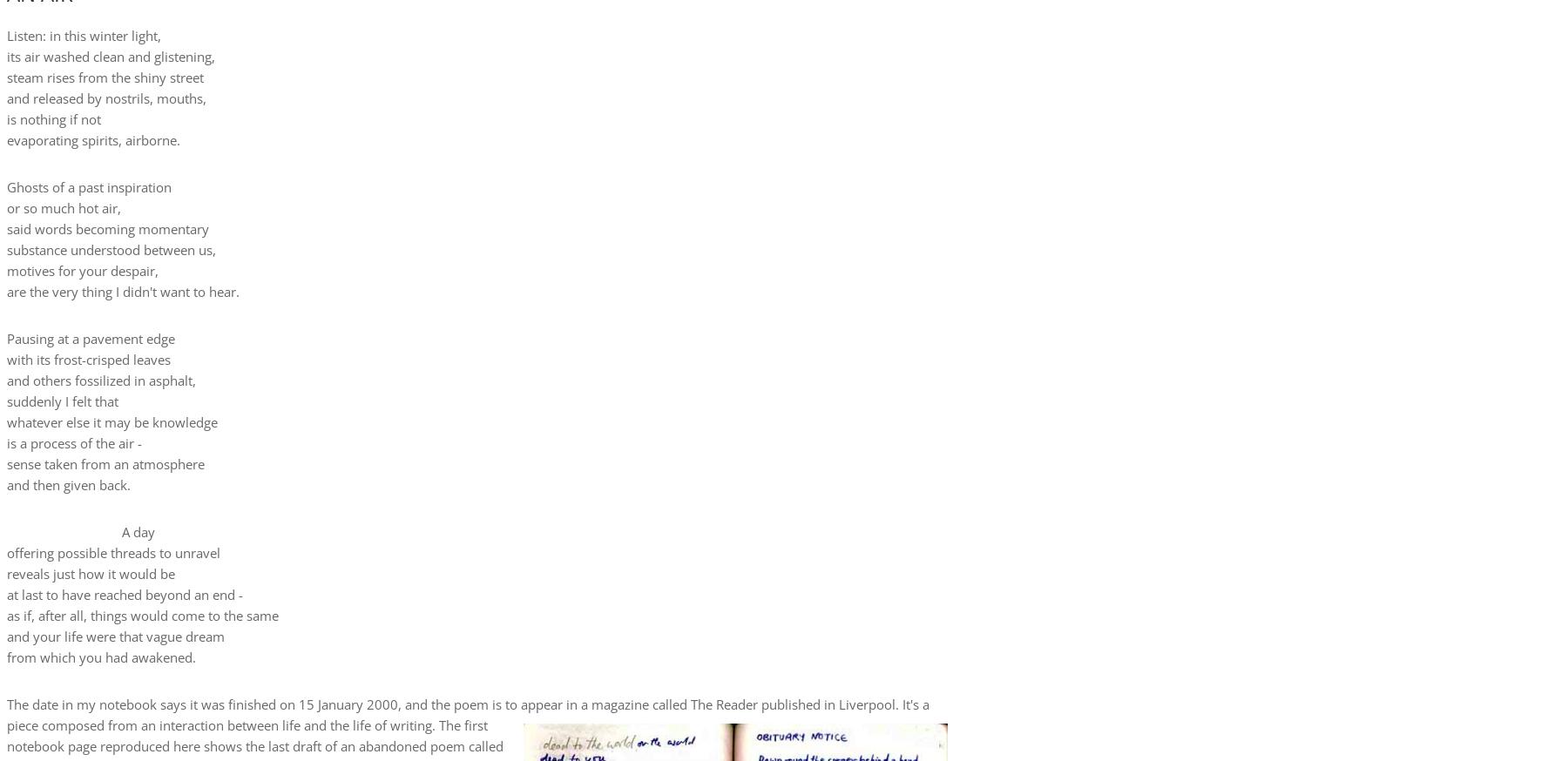  Describe the element at coordinates (101, 380) in the screenshot. I see `'and others fossilized in asphalt,'` at that location.